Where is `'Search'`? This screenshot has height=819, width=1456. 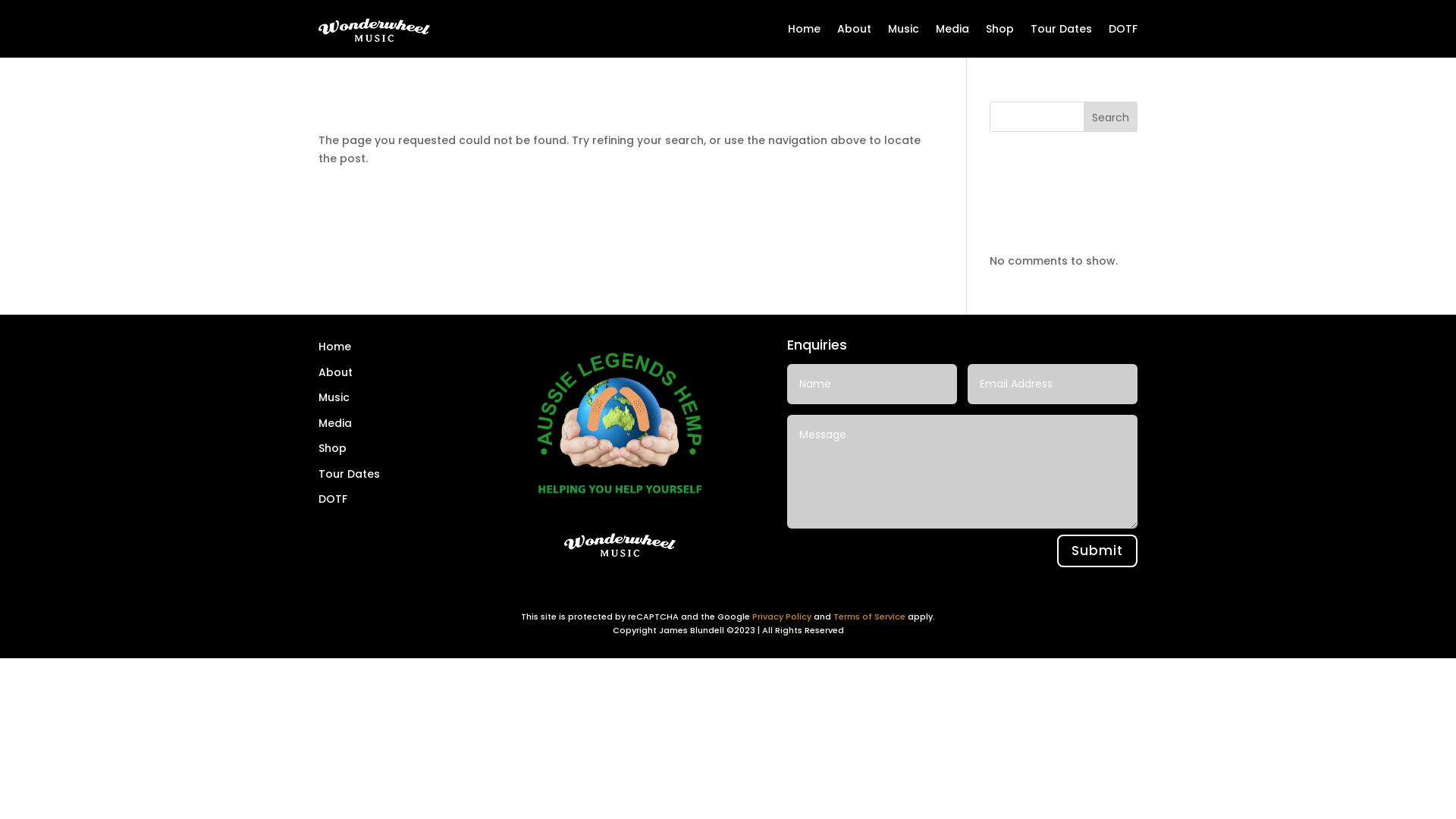 'Search' is located at coordinates (1110, 116).